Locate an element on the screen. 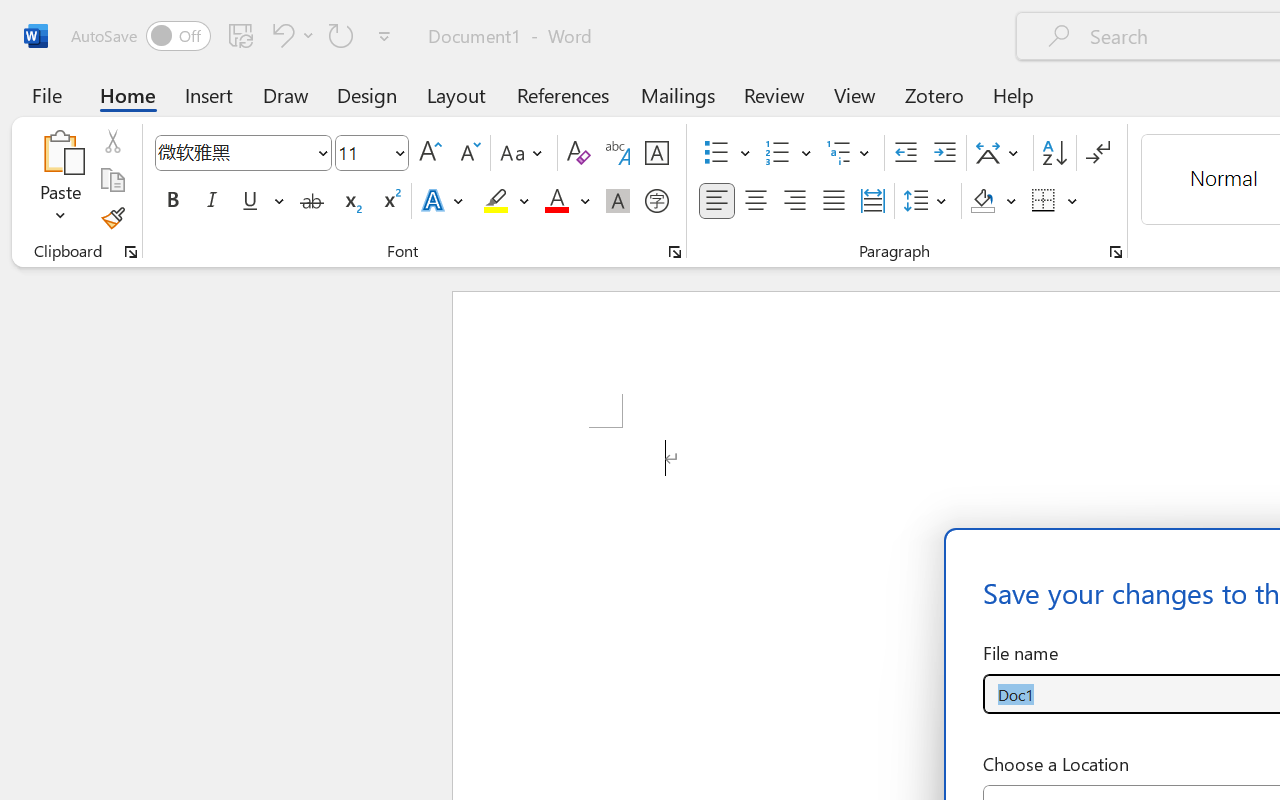 The width and height of the screenshot is (1280, 800). 'Font Color Red' is located at coordinates (556, 201).